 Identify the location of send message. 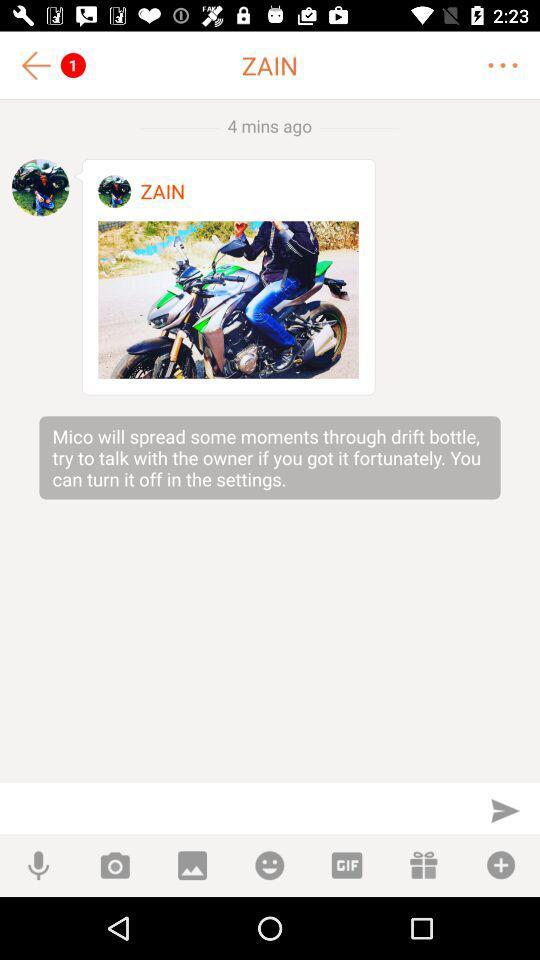
(504, 810).